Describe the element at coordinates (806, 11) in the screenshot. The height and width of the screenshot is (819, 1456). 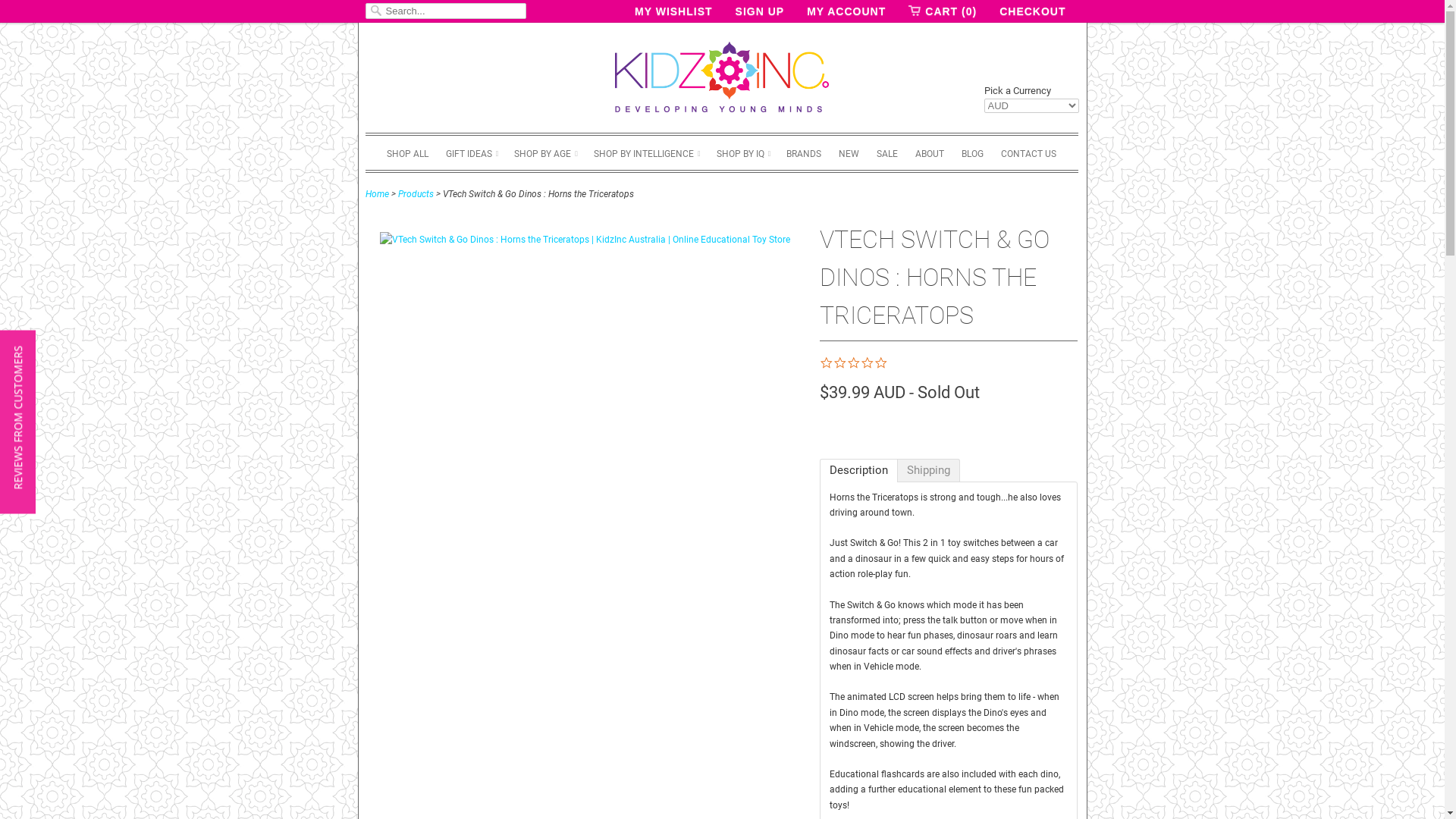
I see `'MY ACCOUNT'` at that location.